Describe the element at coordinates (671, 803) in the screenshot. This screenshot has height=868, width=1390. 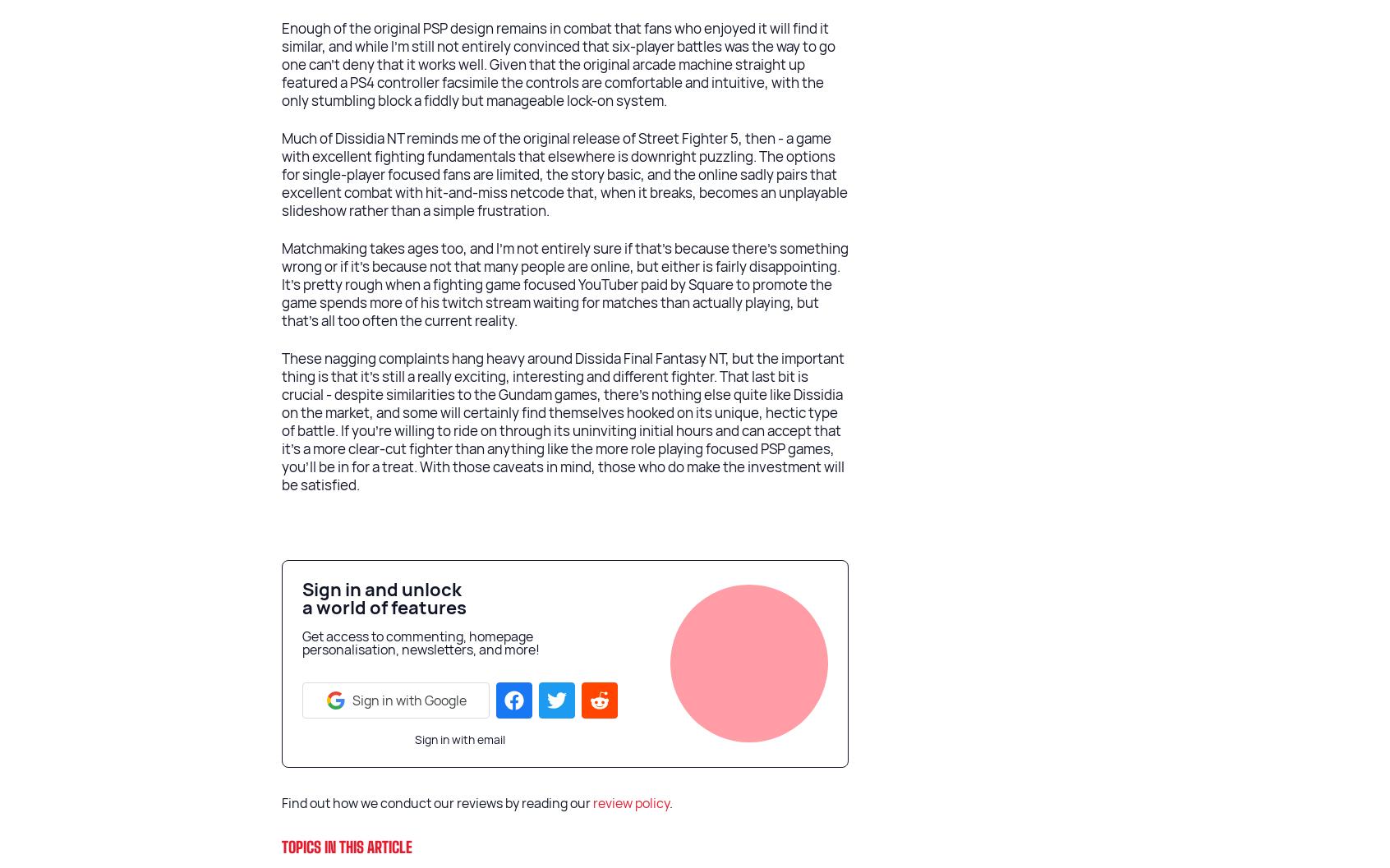
I see `'.'` at that location.